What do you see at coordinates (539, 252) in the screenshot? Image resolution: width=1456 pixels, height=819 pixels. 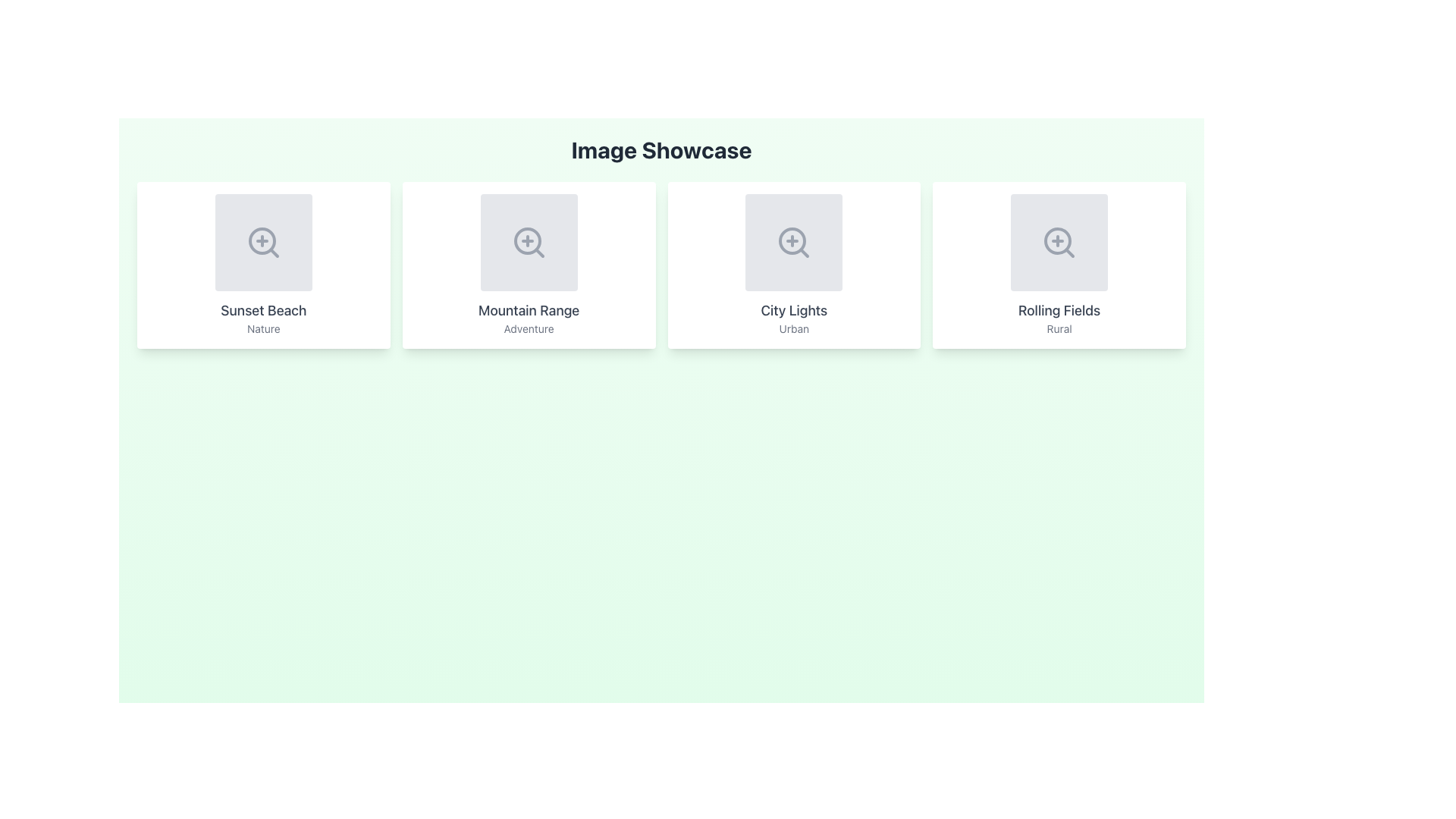 I see `the diagonal line of the zoom-in magnifying glass icon within the 'Mountain Range' image card` at bounding box center [539, 252].